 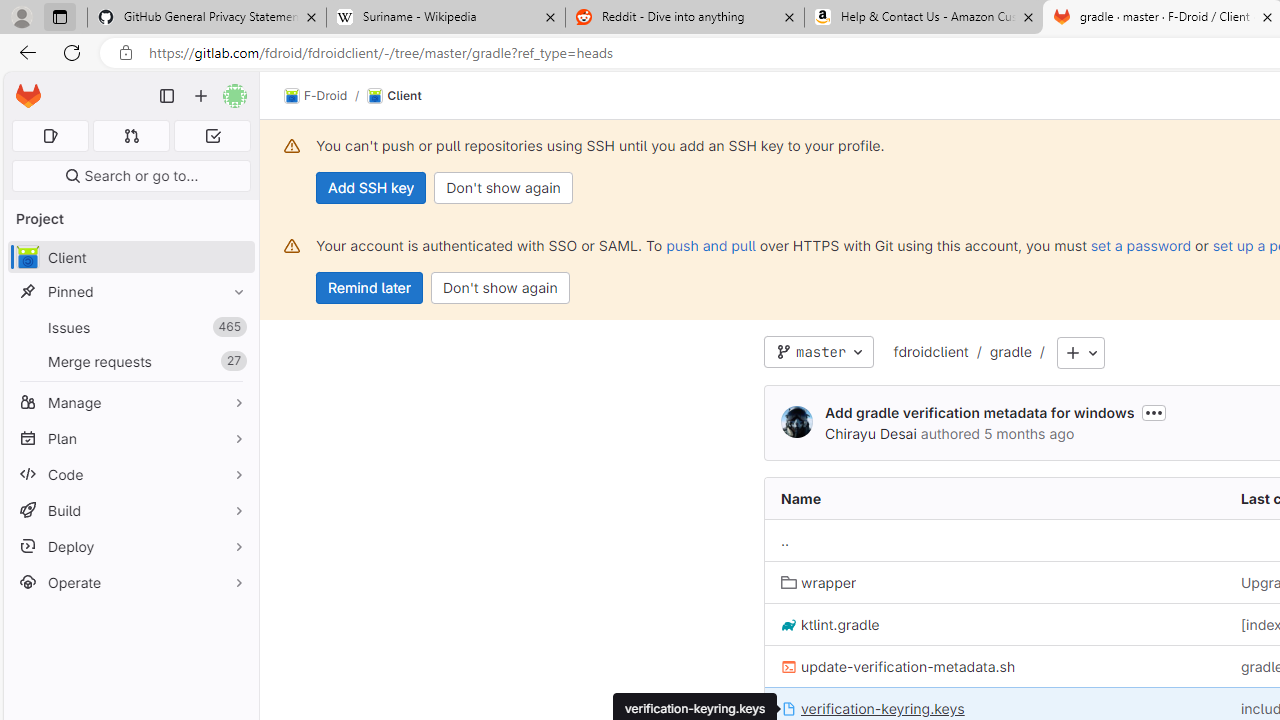 What do you see at coordinates (234, 361) in the screenshot?
I see `'Unpin Merge requests'` at bounding box center [234, 361].